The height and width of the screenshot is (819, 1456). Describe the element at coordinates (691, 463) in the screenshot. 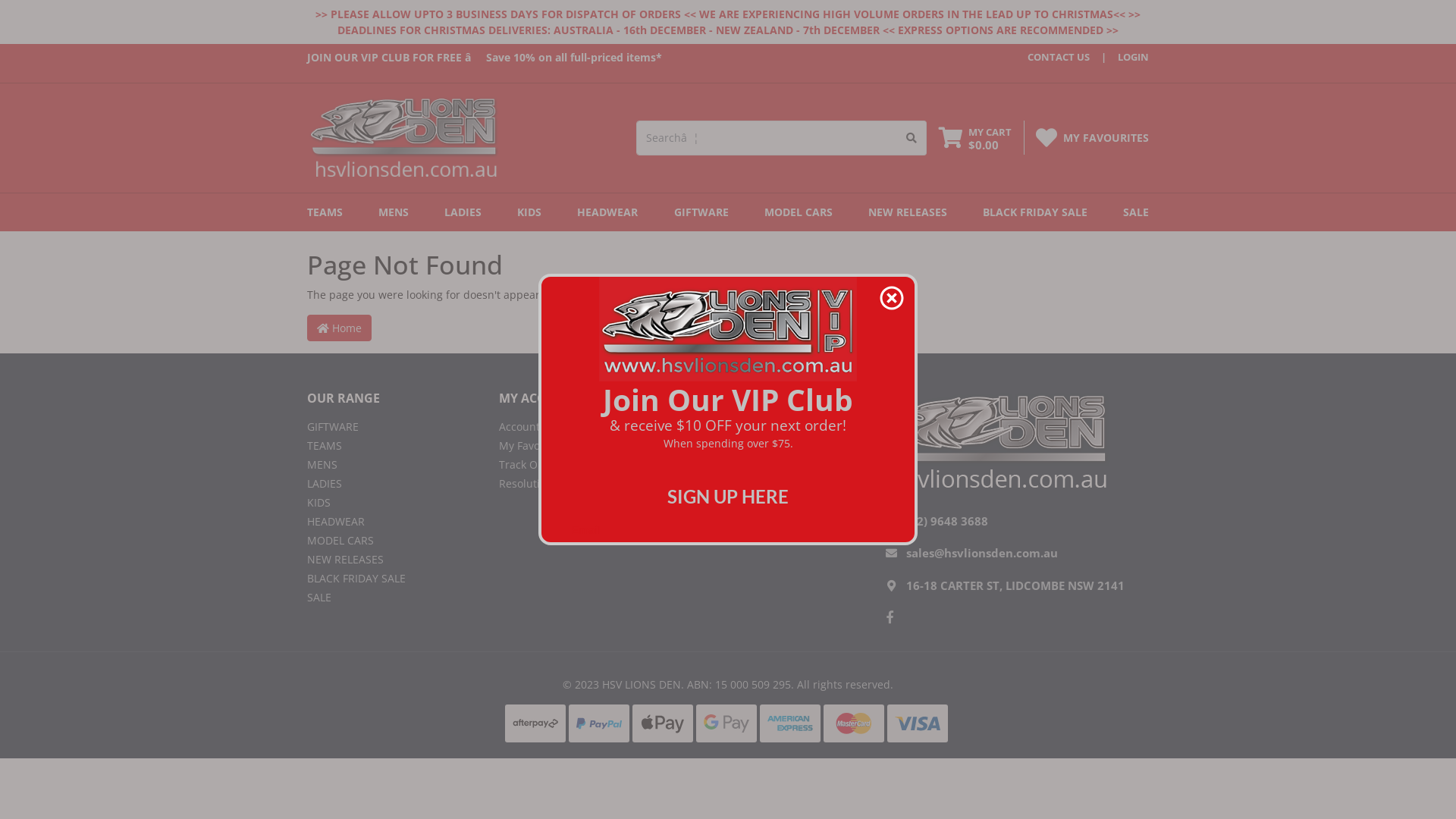

I see `'Terms of Use'` at that location.